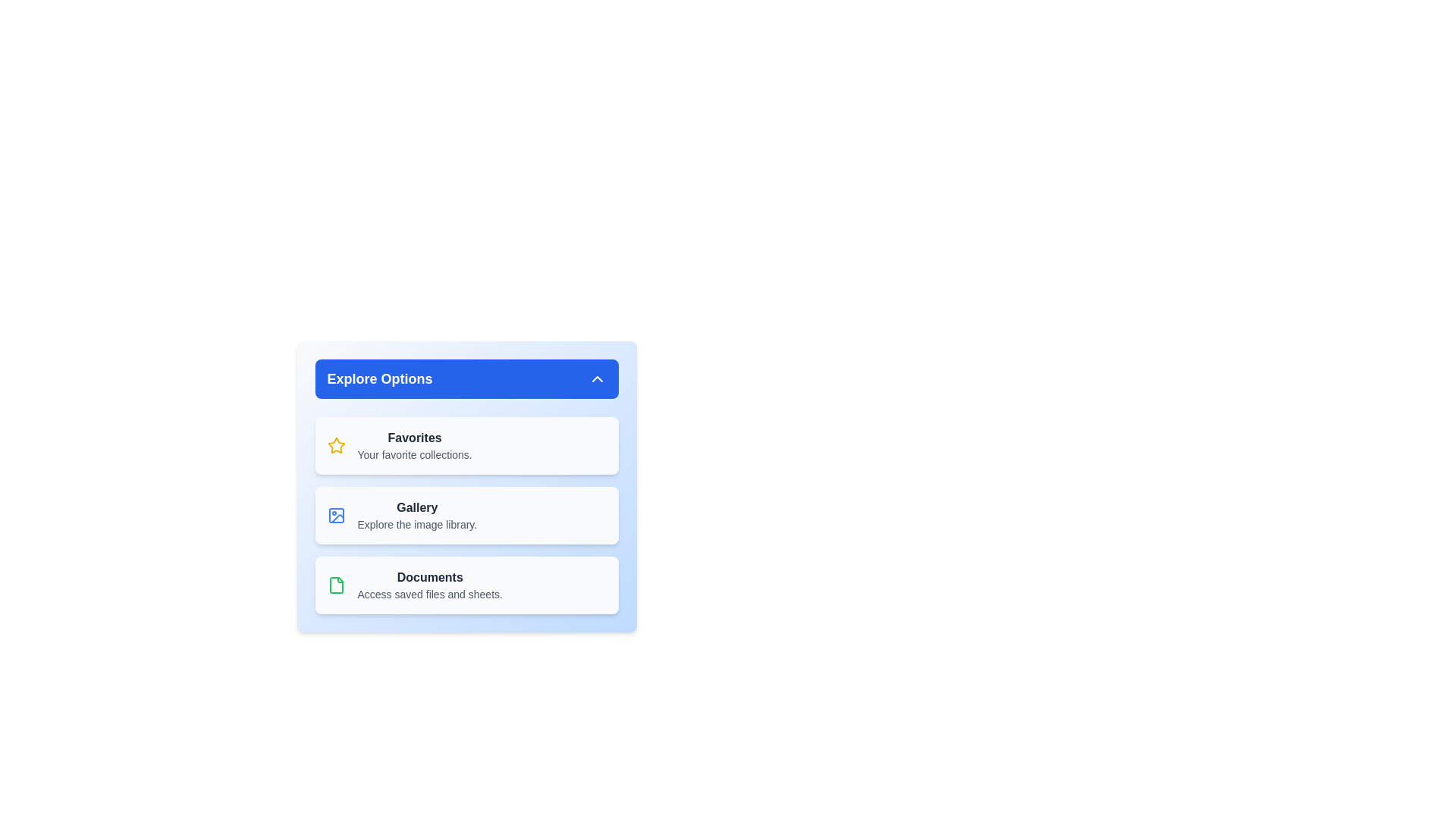  What do you see at coordinates (335, 444) in the screenshot?
I see `the star icon located to the left of the 'Favorites' text label within the menu list under the 'Explore Options' header` at bounding box center [335, 444].